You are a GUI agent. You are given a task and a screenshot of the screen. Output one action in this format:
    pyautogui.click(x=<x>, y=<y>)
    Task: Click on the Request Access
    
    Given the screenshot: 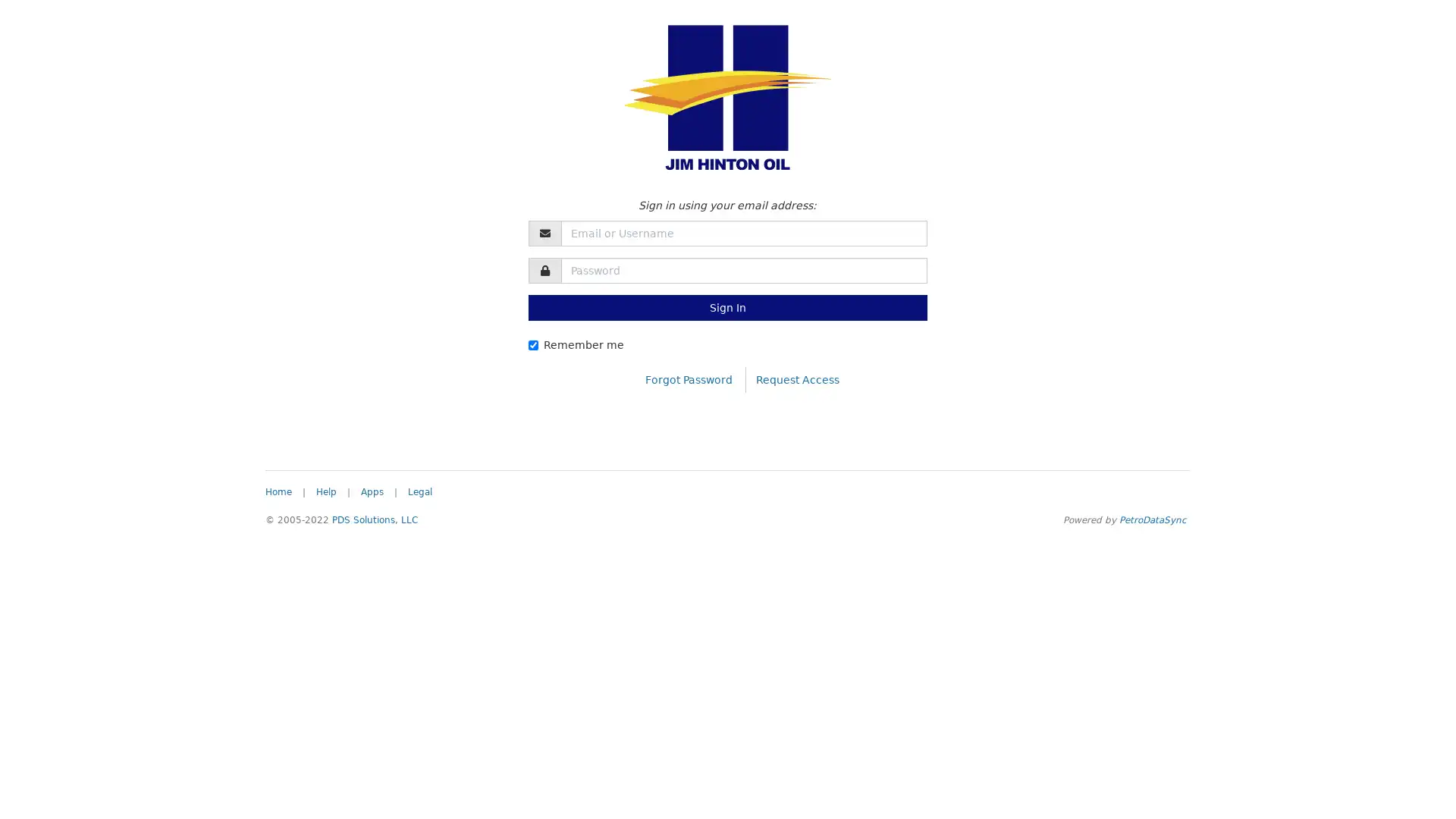 What is the action you would take?
    pyautogui.click(x=796, y=378)
    